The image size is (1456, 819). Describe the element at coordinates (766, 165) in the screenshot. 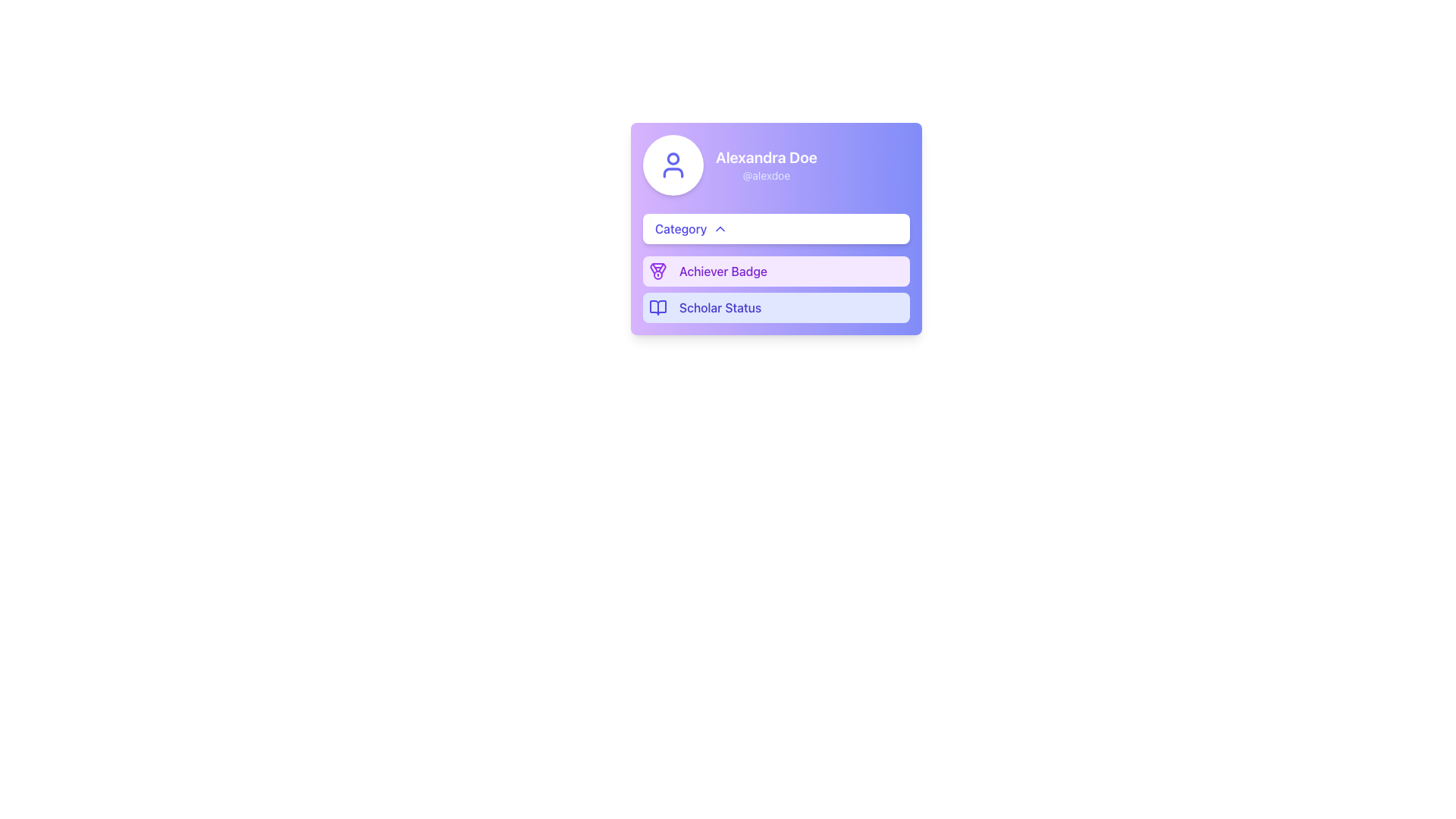

I see `on the name 'Alexandra Doe' displayed in larger white bold font within the text block on a purple background` at that location.